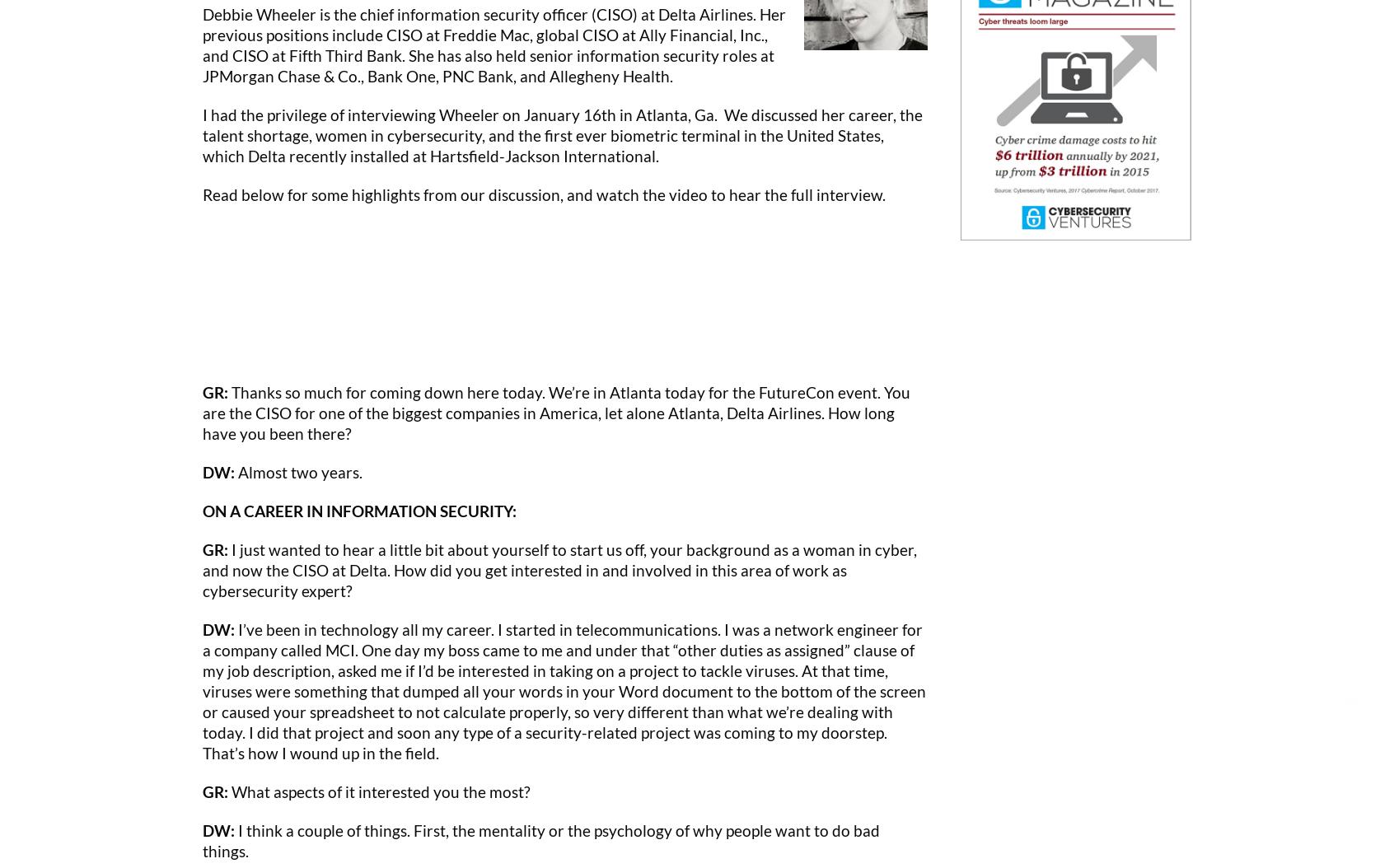  I want to click on 'ON A CAREER IN INFORMATION SECURITY:', so click(203, 509).